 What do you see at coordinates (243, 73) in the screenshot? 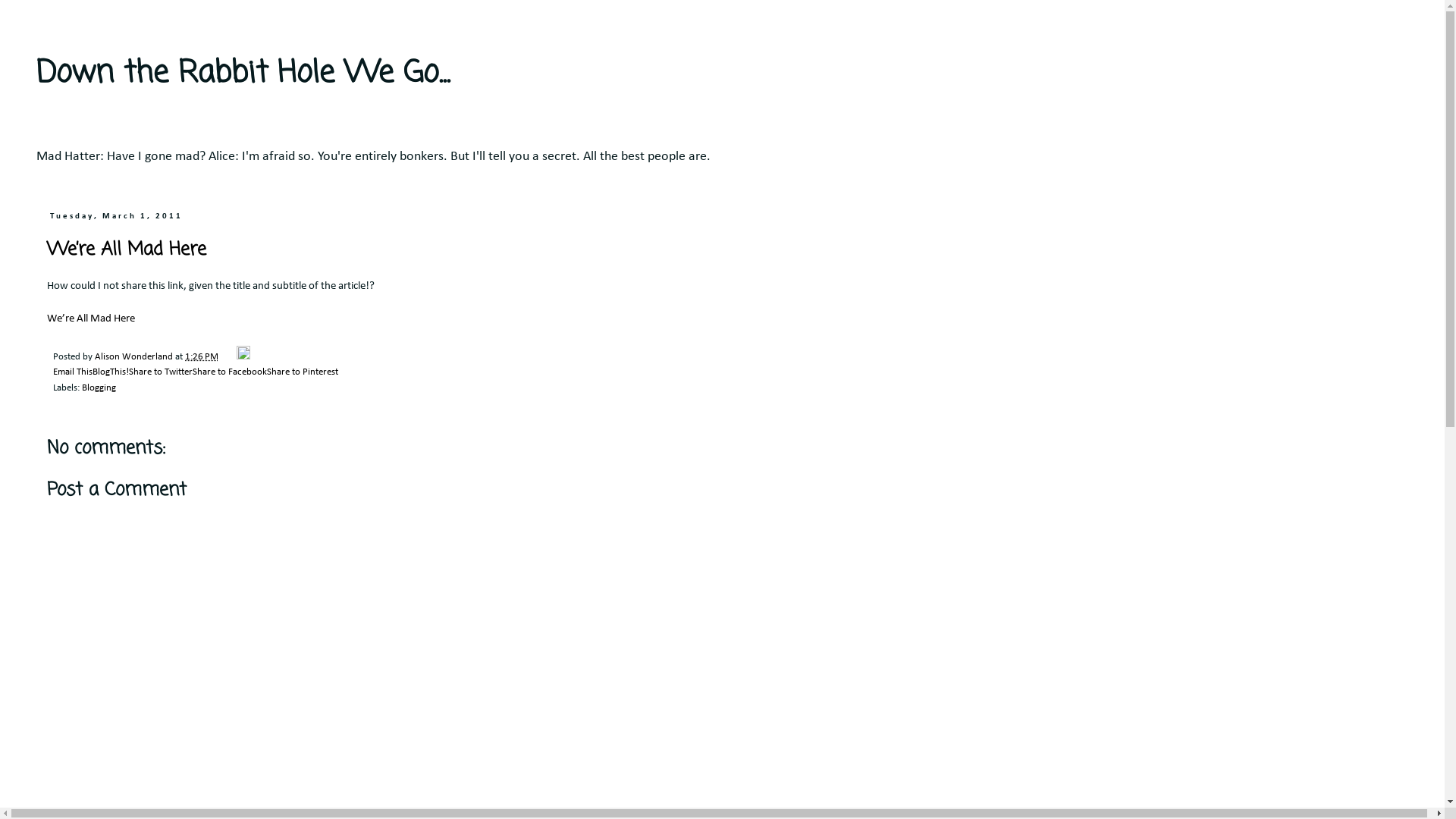
I see `'Down the Rabbit Hole We Go...'` at bounding box center [243, 73].